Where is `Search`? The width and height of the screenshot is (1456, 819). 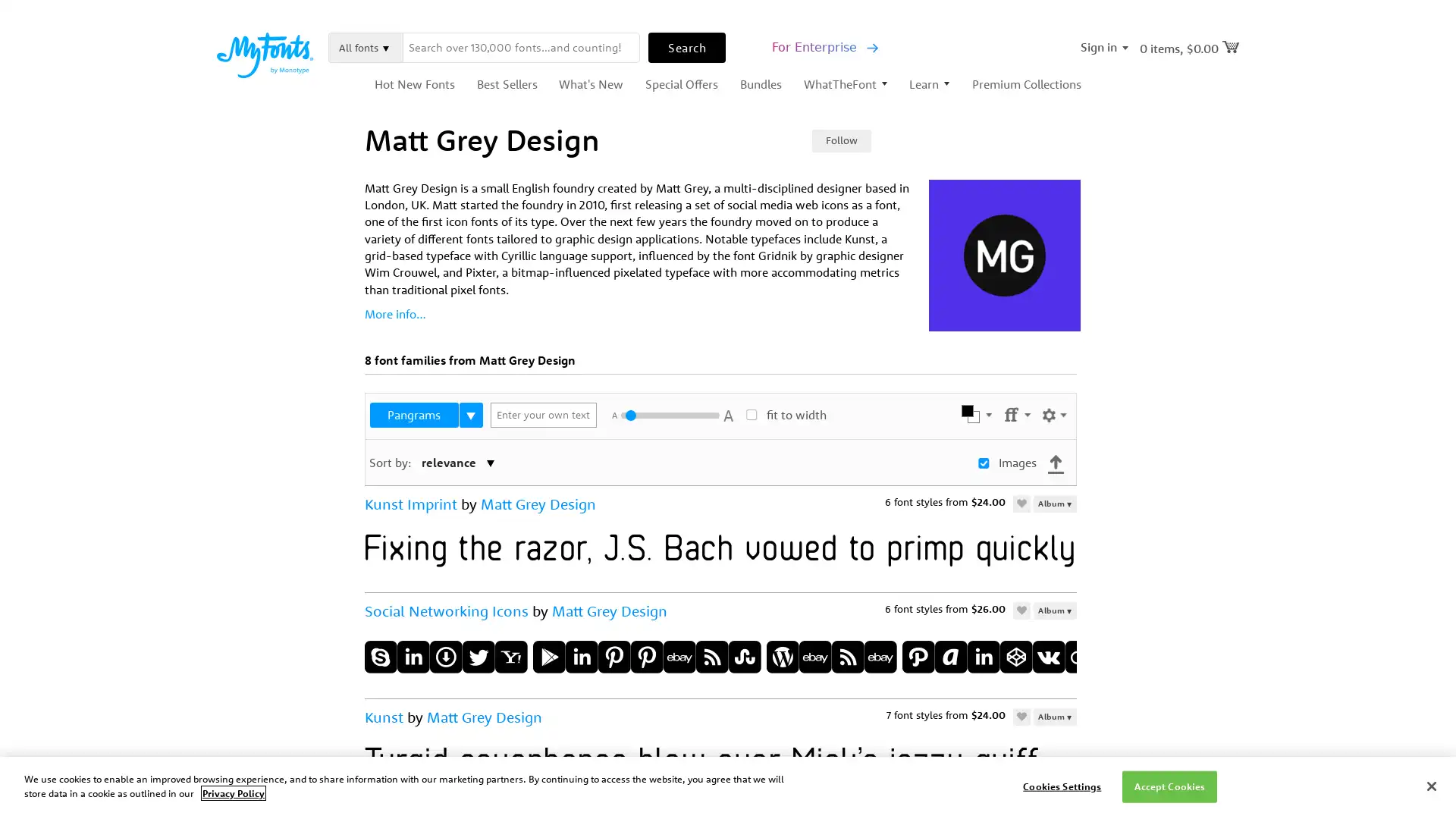
Search is located at coordinates (686, 45).